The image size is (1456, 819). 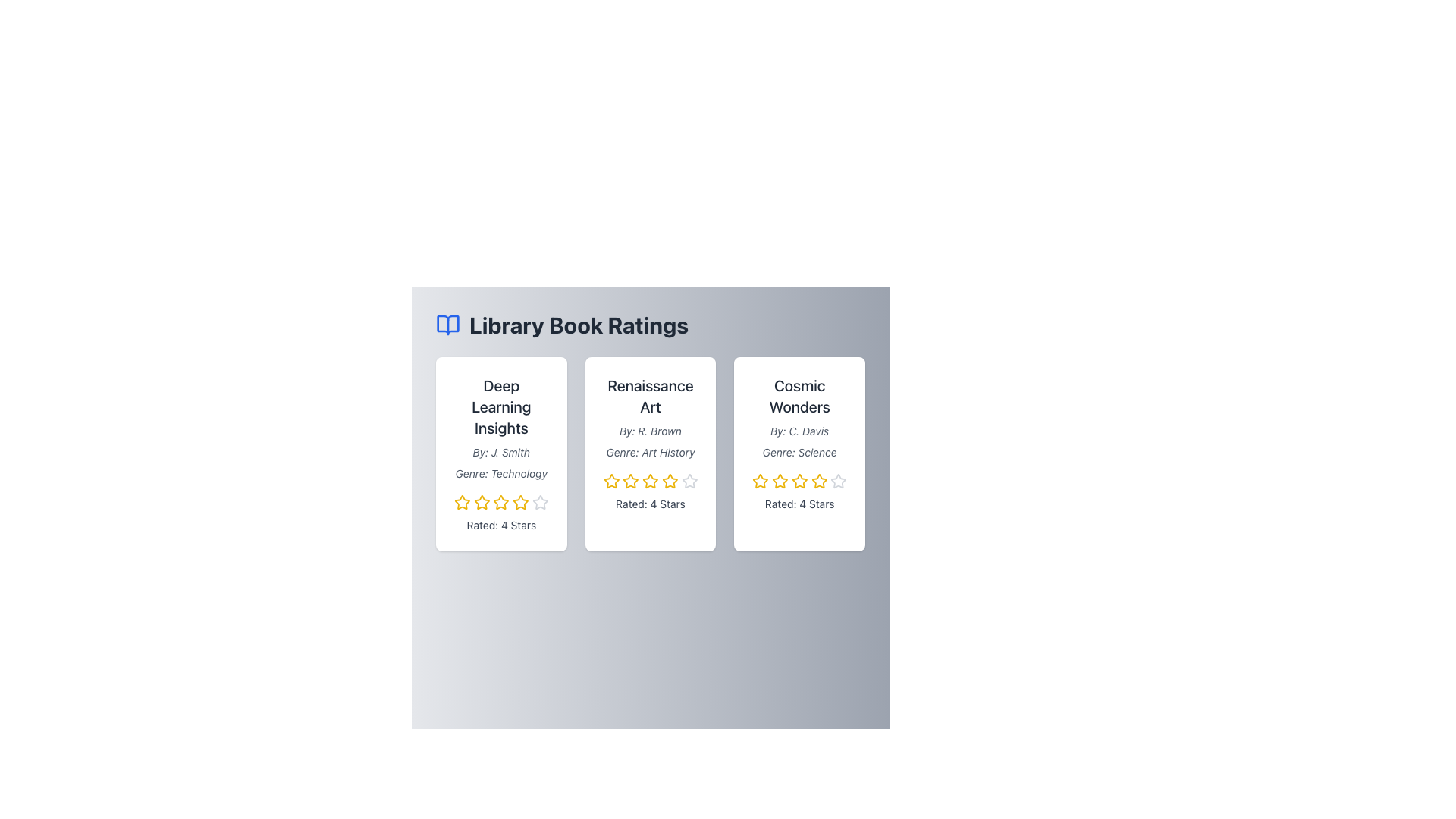 What do you see at coordinates (669, 482) in the screenshot?
I see `the fifth star icon in the rating system for the book 'Renaissance Art' to set a rating of five stars` at bounding box center [669, 482].